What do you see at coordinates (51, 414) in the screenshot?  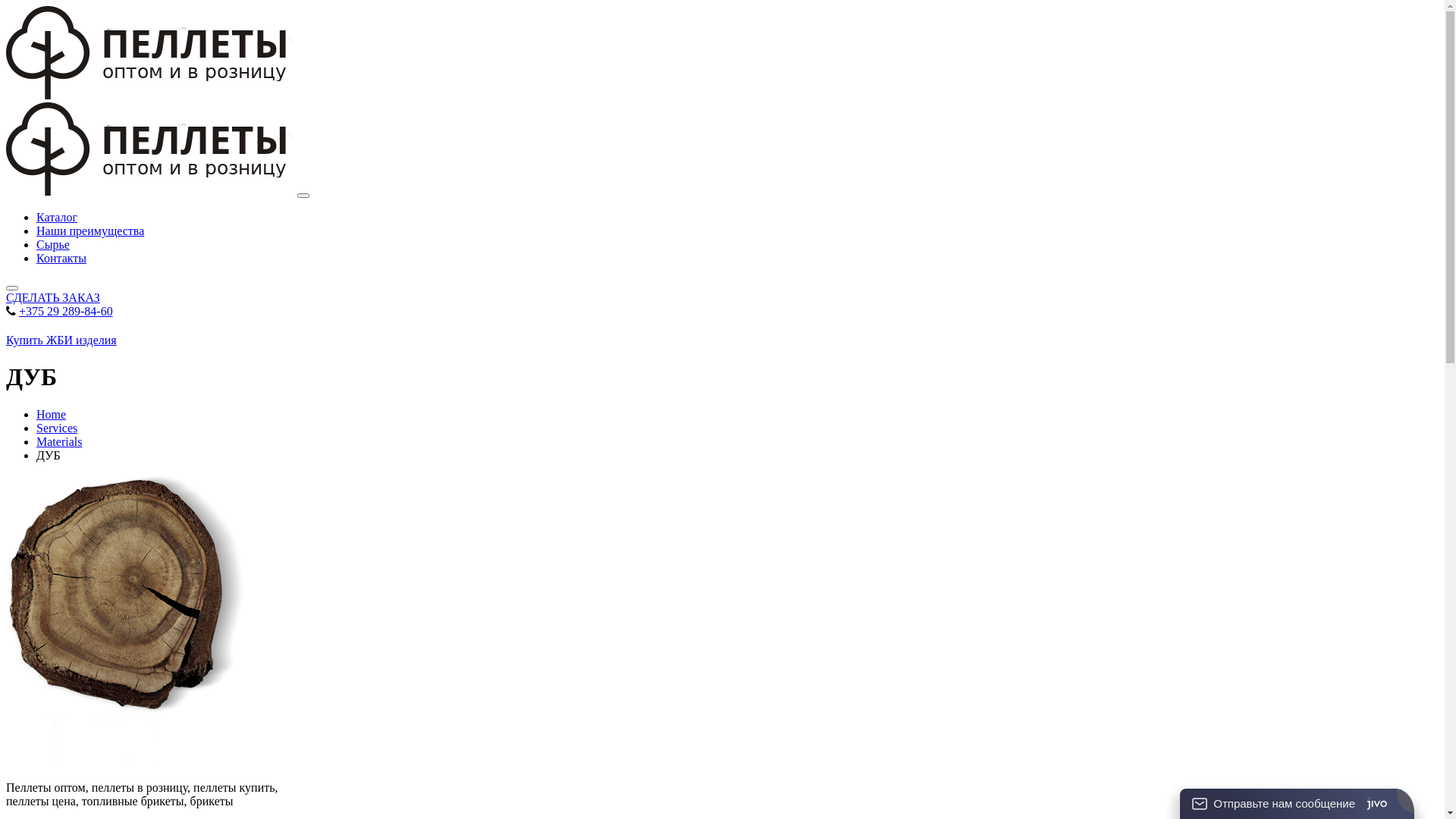 I see `'Home'` at bounding box center [51, 414].